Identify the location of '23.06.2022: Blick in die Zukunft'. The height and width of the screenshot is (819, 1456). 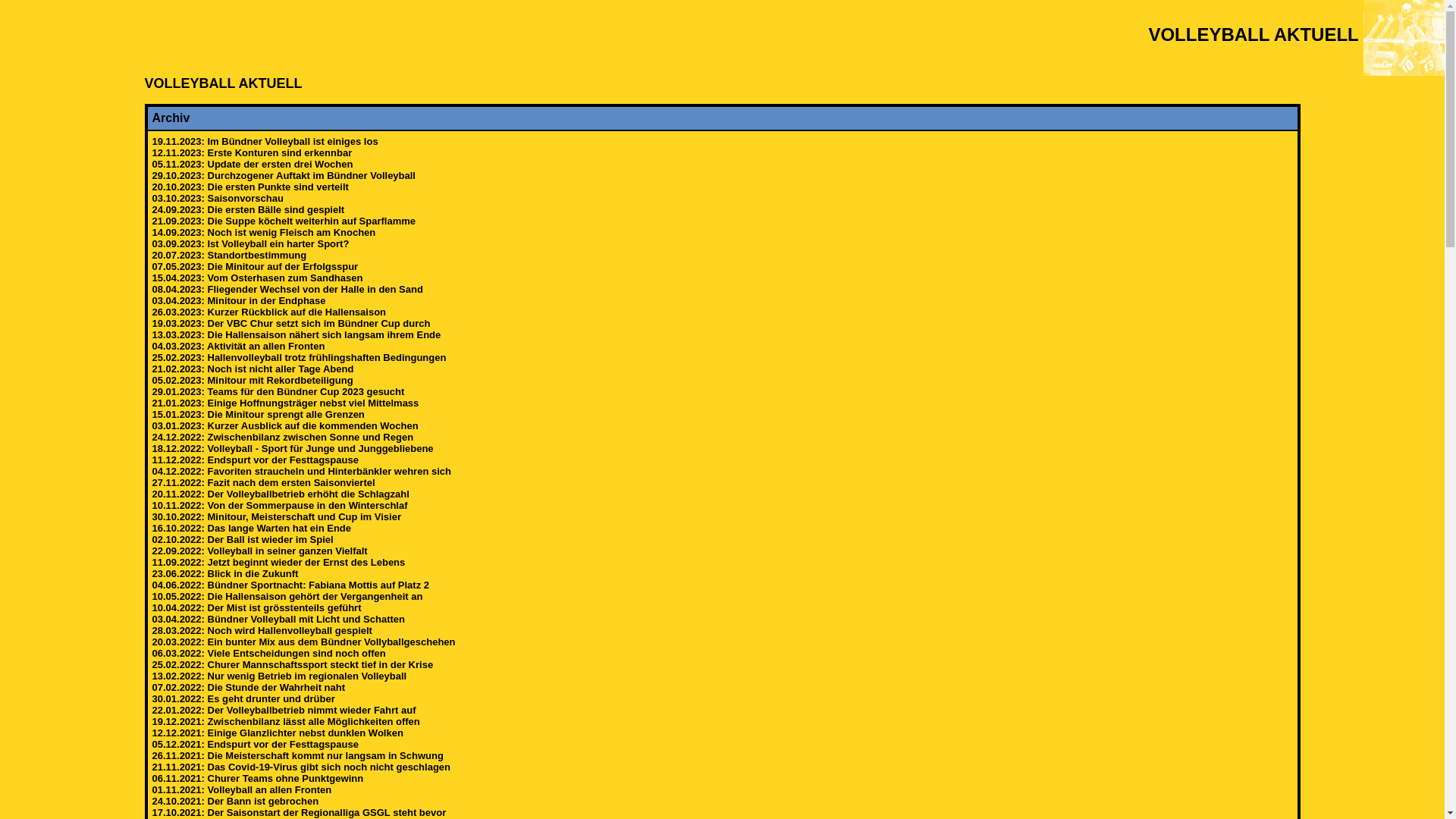
(224, 573).